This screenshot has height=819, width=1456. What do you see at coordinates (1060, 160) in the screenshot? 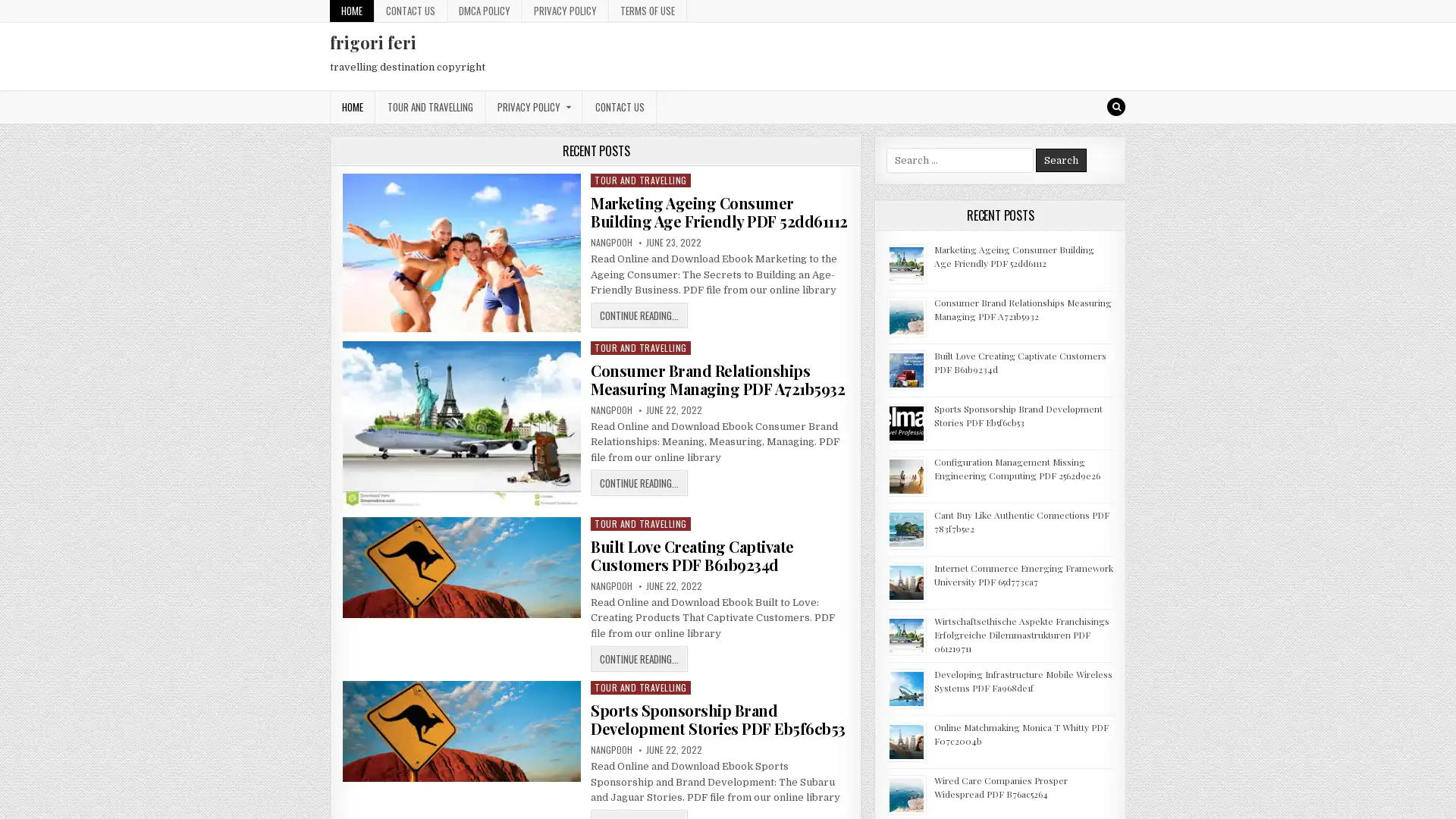
I see `Search` at bounding box center [1060, 160].